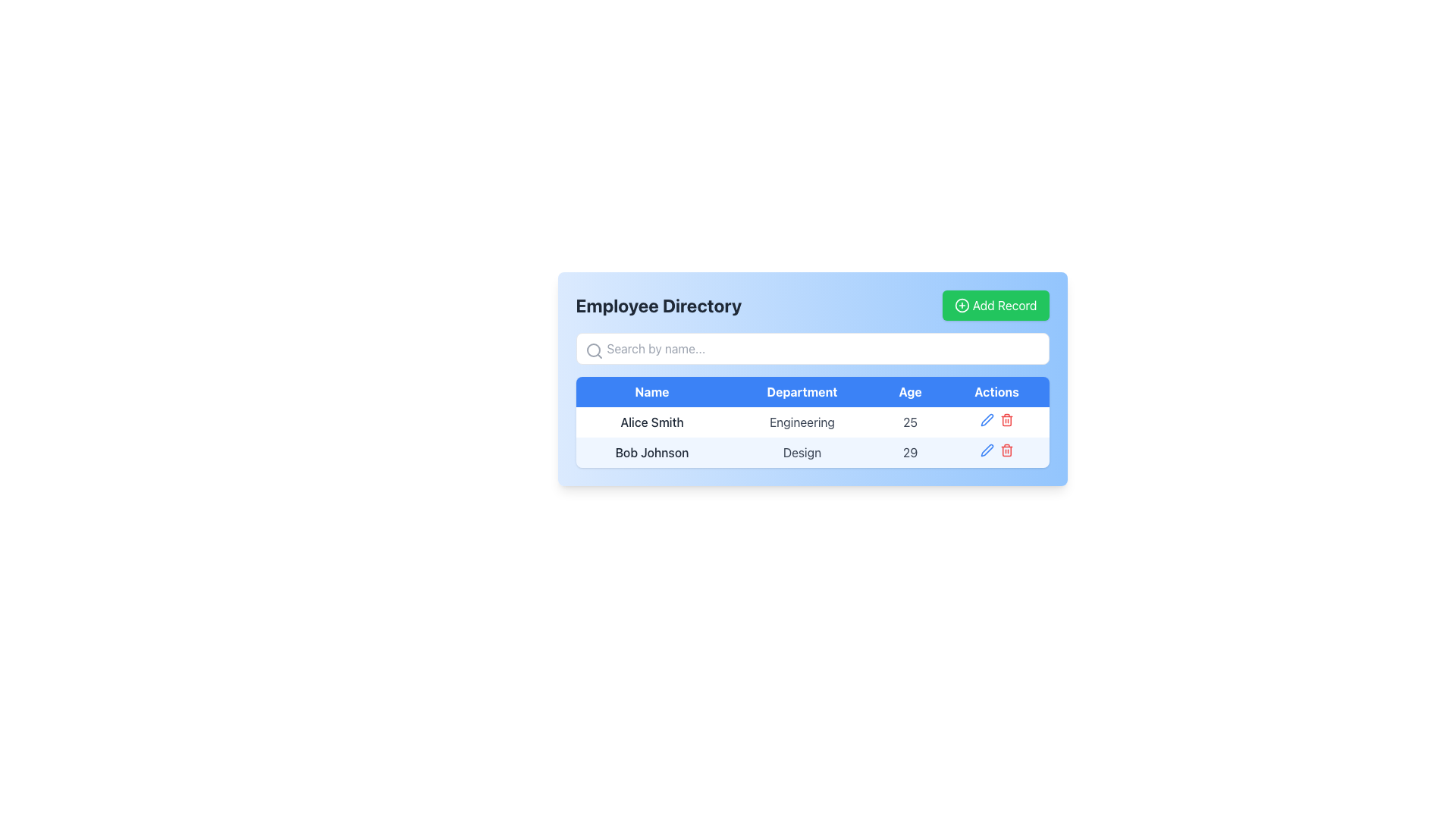  I want to click on the blue pen-shaped icon in the 'Actions' column of the second table row associated with 'Bob Johnson', so click(987, 420).